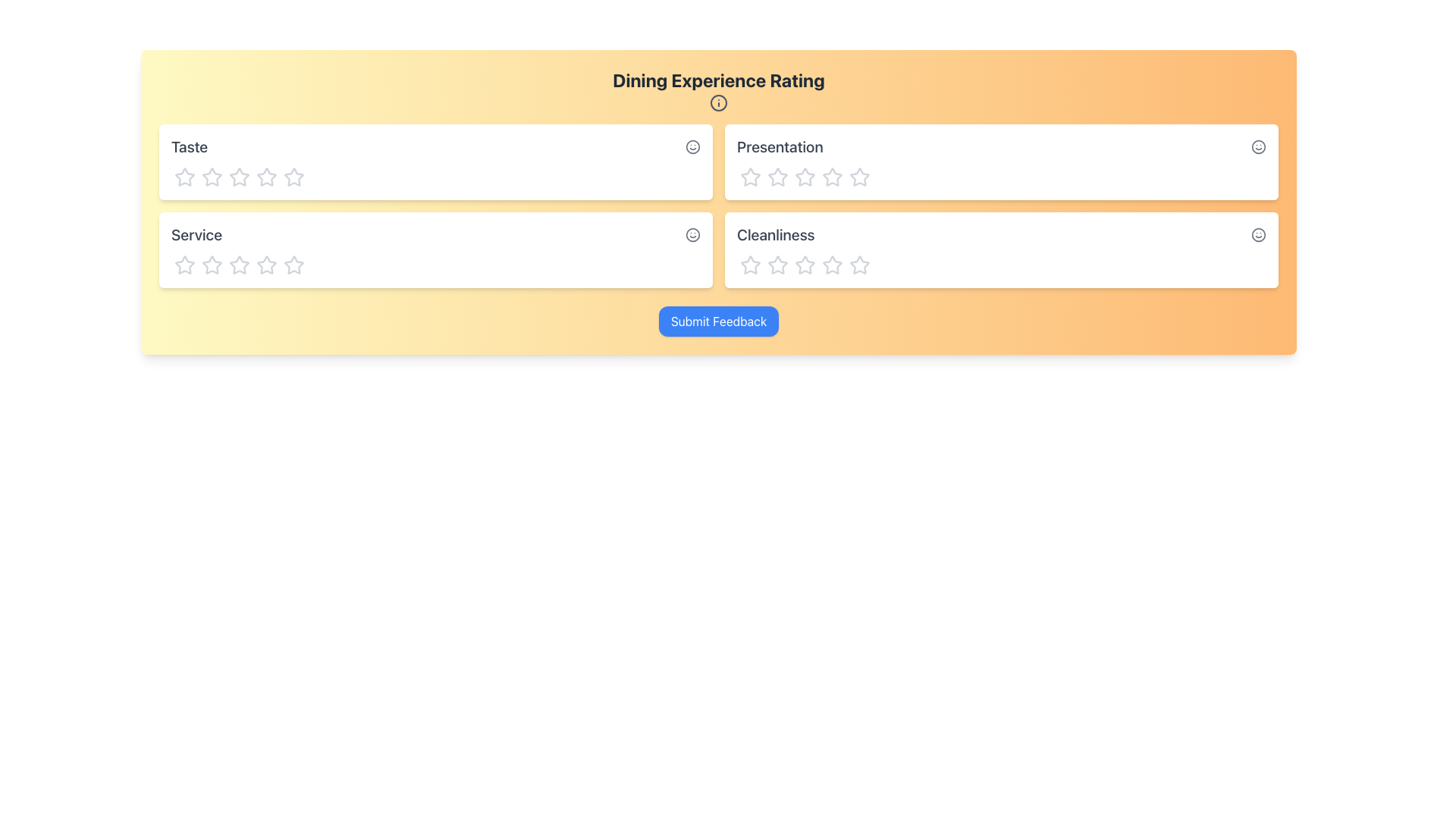  What do you see at coordinates (778, 175) in the screenshot?
I see `the third star icon in the group of five for rating in the 'Presentation' section` at bounding box center [778, 175].